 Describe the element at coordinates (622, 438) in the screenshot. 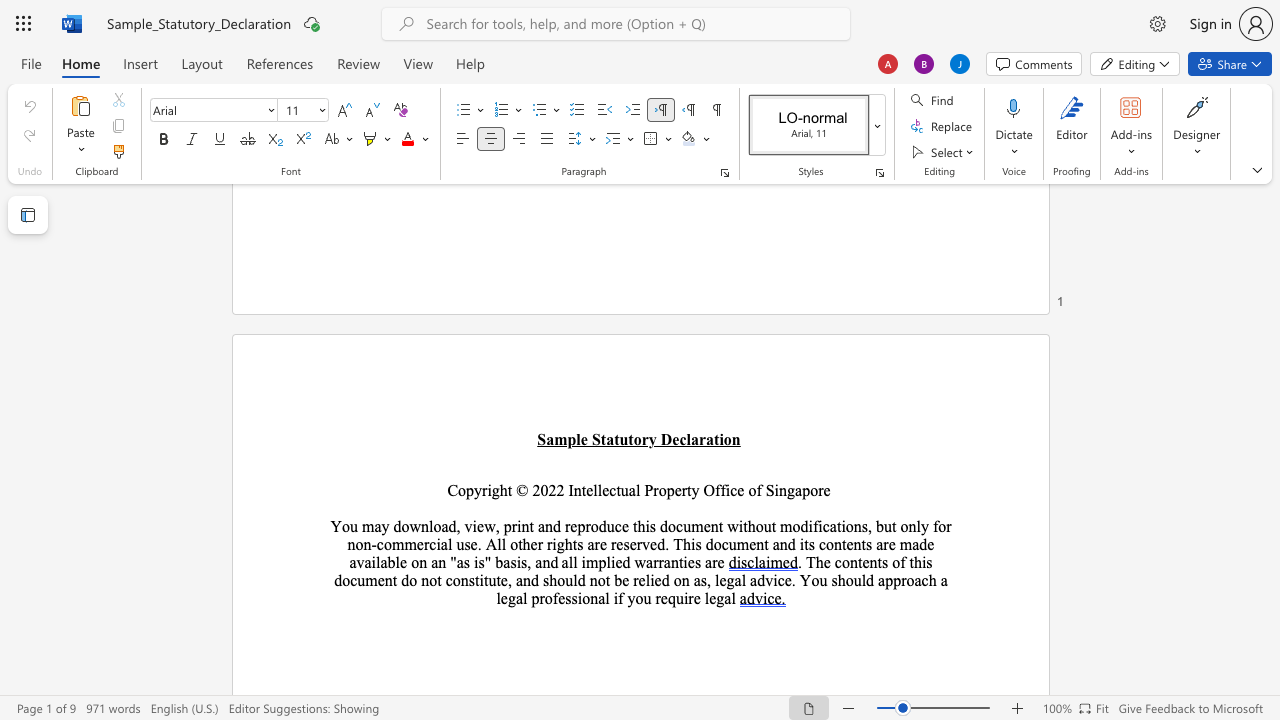

I see `the 1th character "u" in the text` at that location.